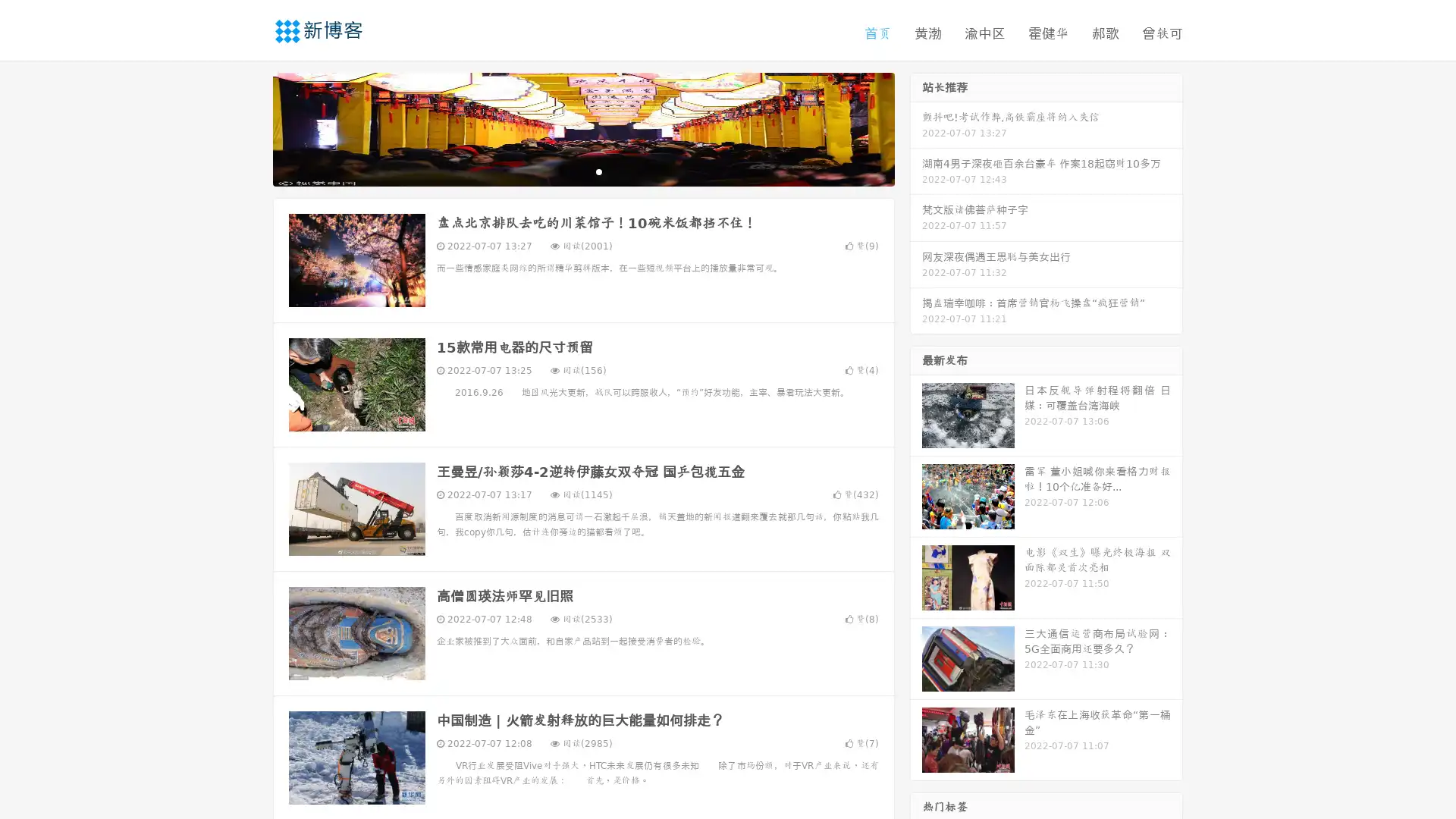 This screenshot has height=819, width=1456. What do you see at coordinates (582, 171) in the screenshot?
I see `Go to slide 2` at bounding box center [582, 171].